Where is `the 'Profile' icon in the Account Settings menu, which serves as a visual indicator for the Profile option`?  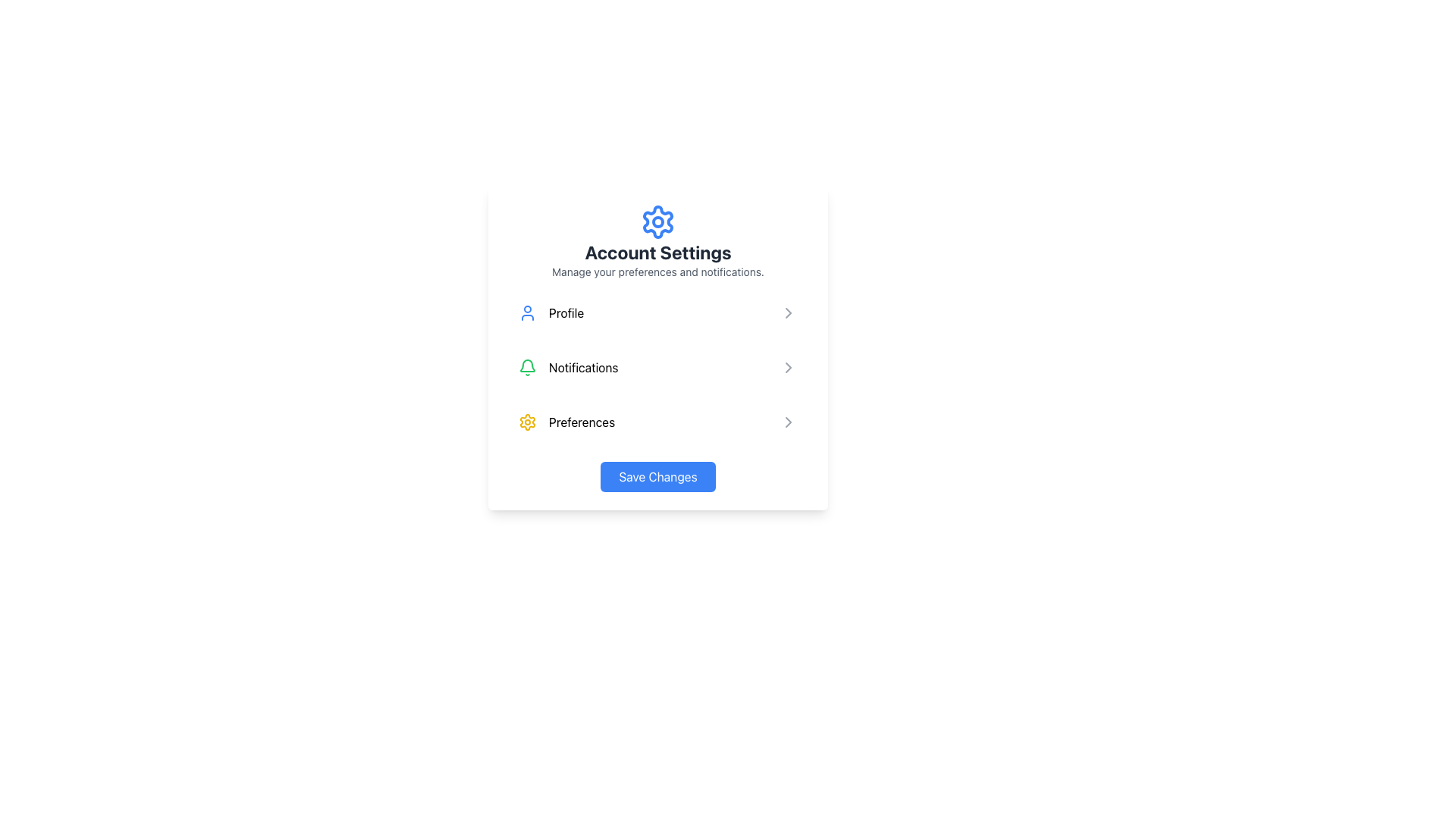 the 'Profile' icon in the Account Settings menu, which serves as a visual indicator for the Profile option is located at coordinates (528, 312).